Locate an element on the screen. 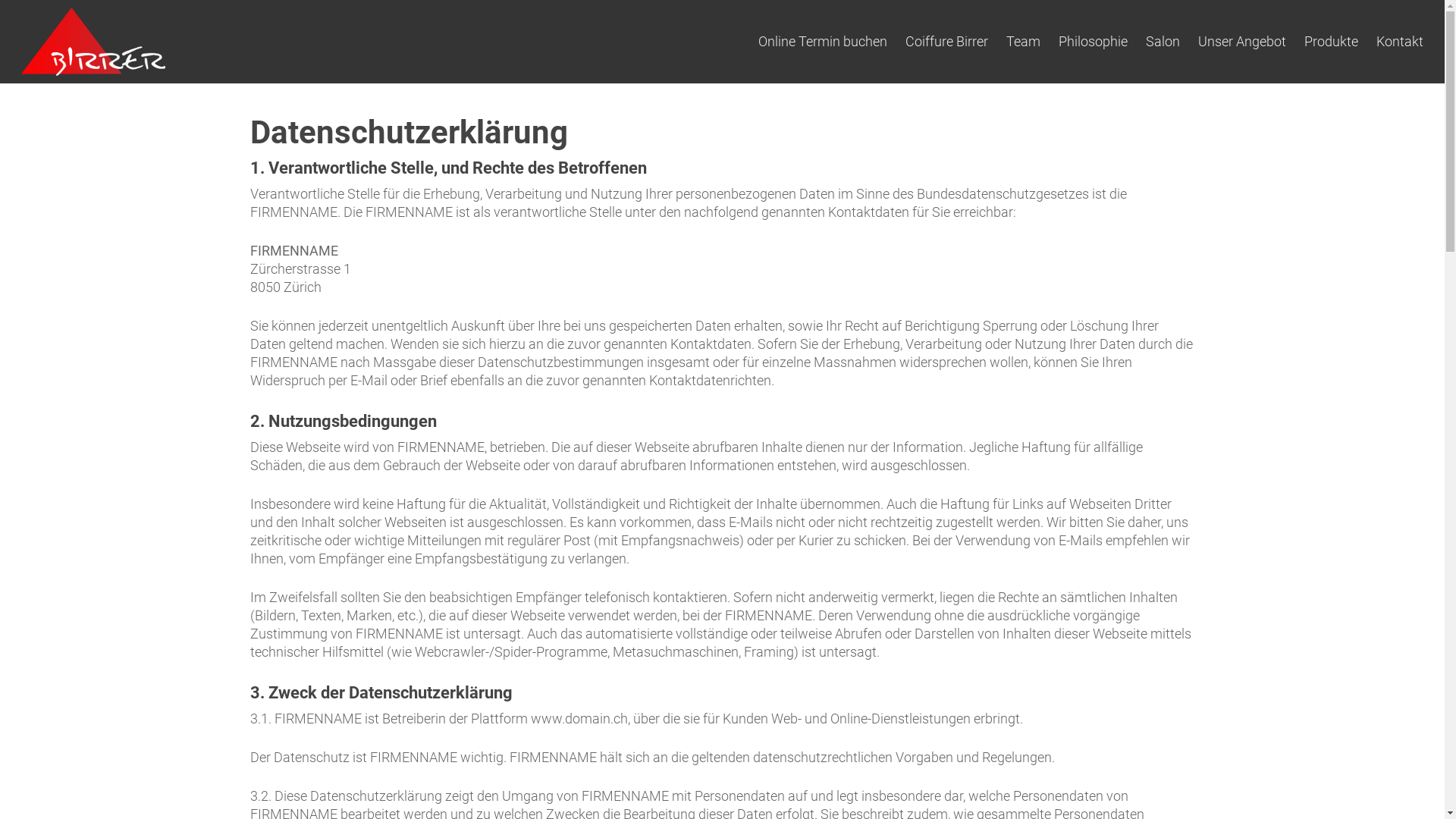 This screenshot has width=1456, height=819. 'Team' is located at coordinates (1023, 40).